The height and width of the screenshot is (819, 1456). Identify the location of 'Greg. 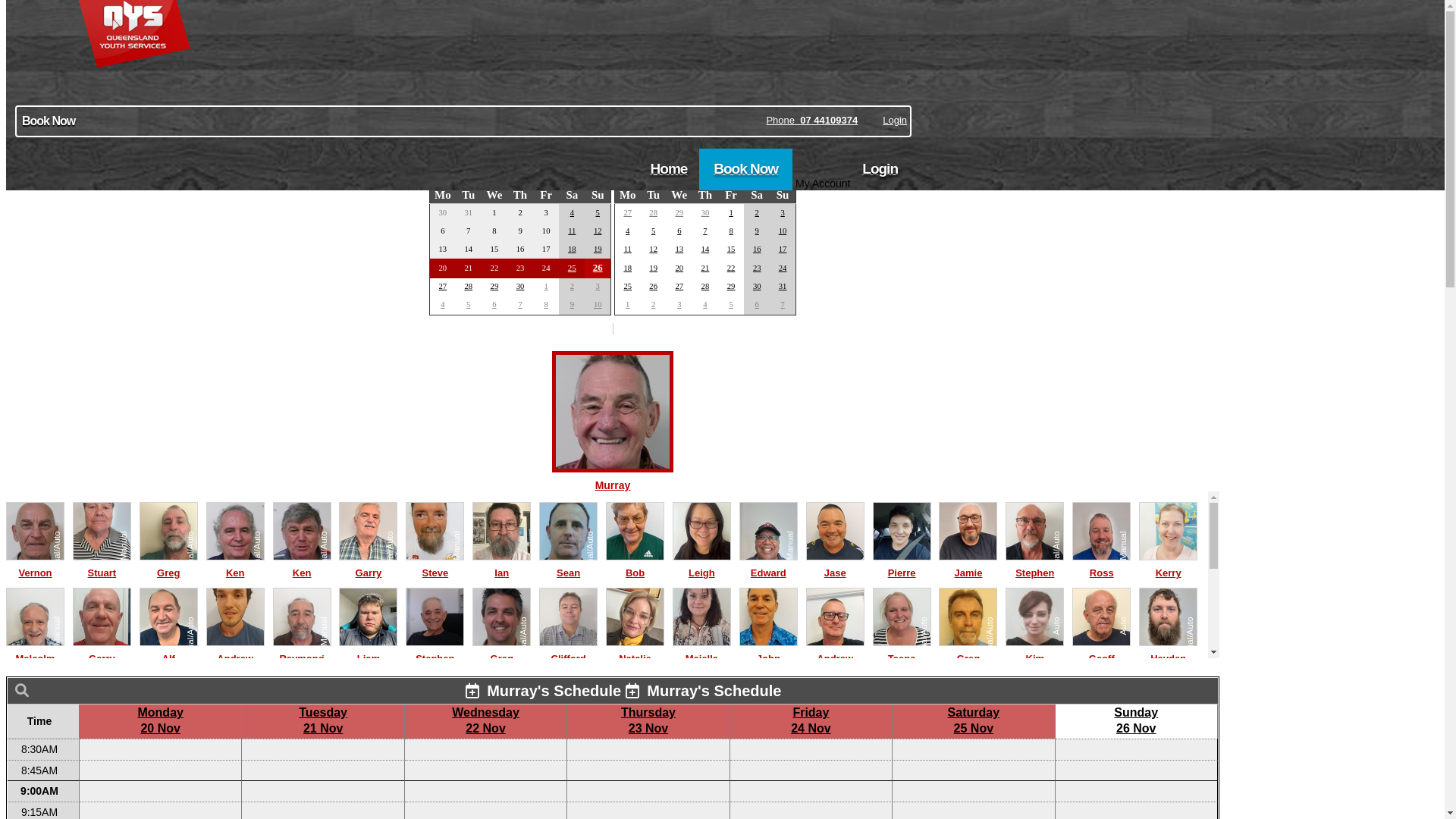
(168, 565).